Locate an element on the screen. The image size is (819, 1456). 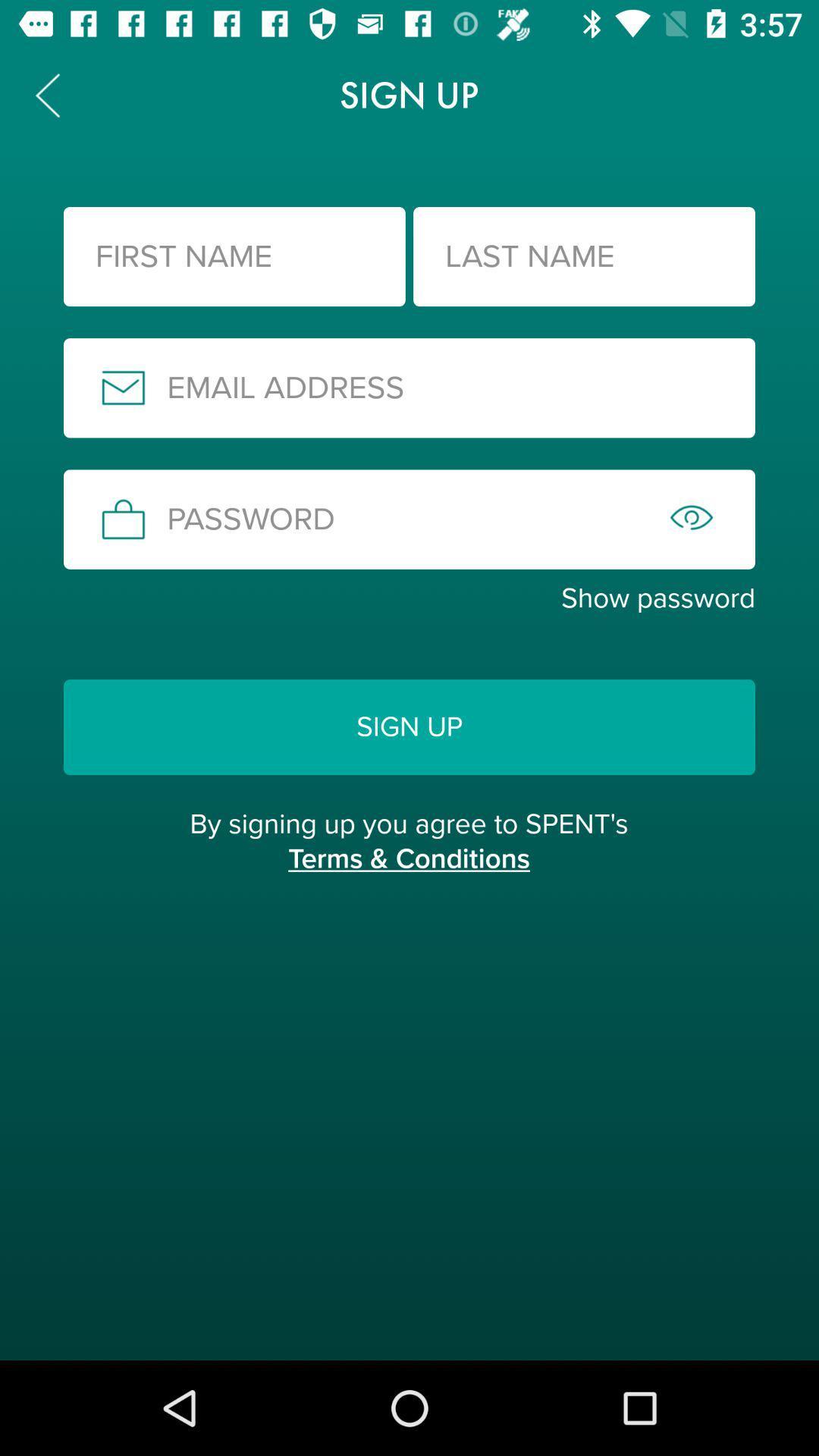
show password is located at coordinates (409, 598).